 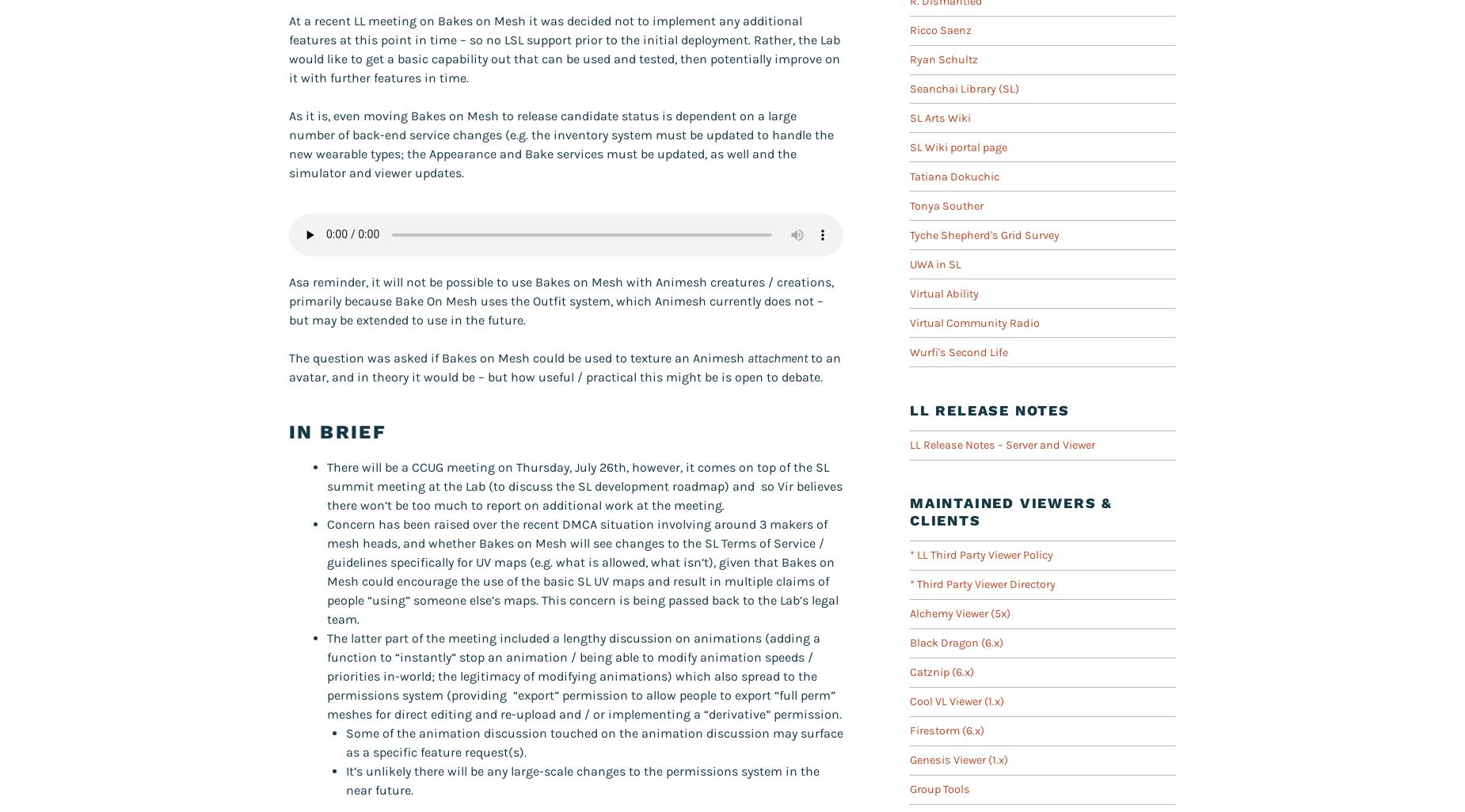 What do you see at coordinates (1001, 444) in the screenshot?
I see `'LL Release Notes – Server and Viewer'` at bounding box center [1001, 444].